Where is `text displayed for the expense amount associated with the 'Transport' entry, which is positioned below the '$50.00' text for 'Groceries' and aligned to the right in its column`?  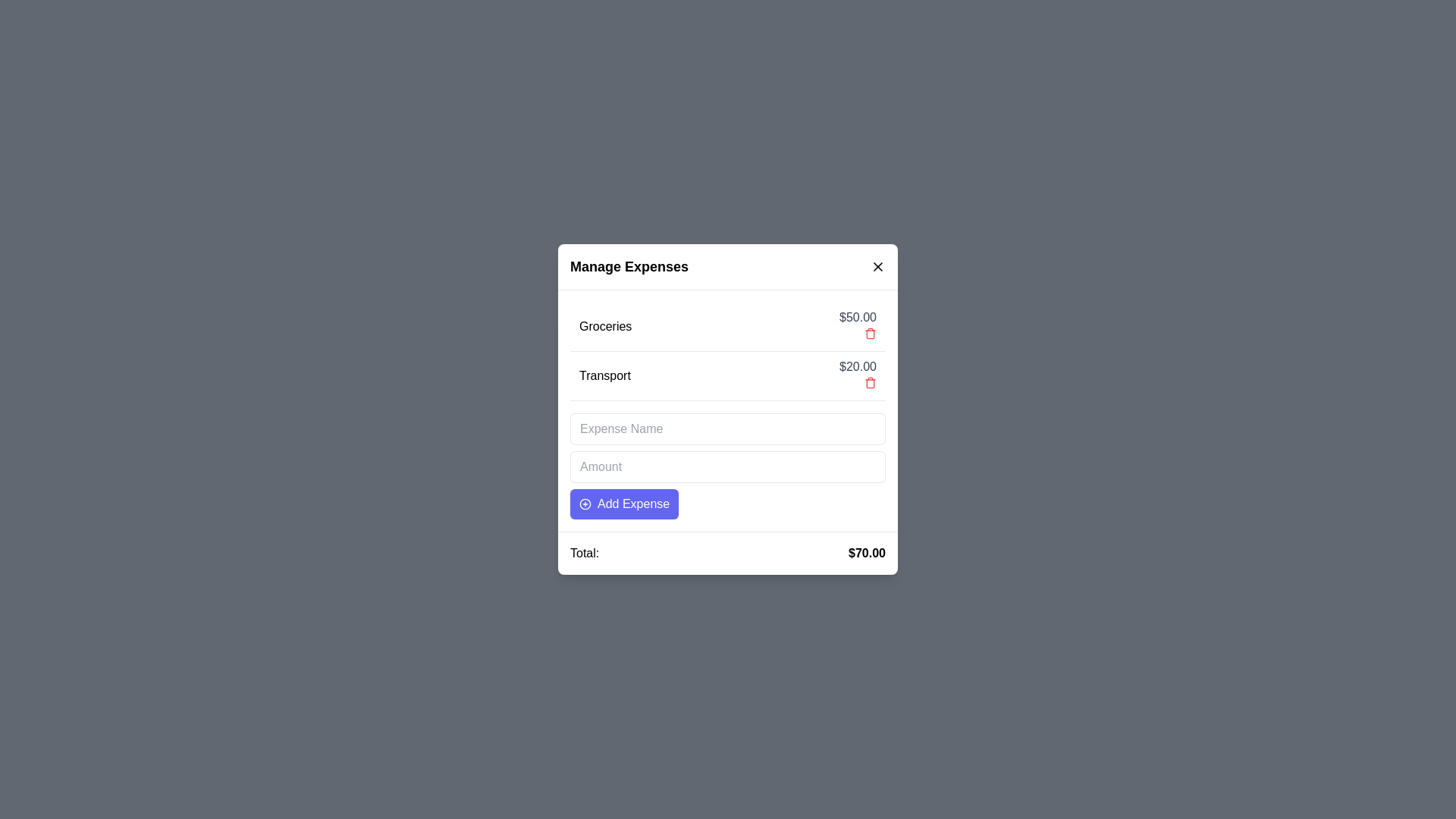
text displayed for the expense amount associated with the 'Transport' entry, which is positioned below the '$50.00' text for 'Groceries' and aligned to the right in its column is located at coordinates (858, 366).